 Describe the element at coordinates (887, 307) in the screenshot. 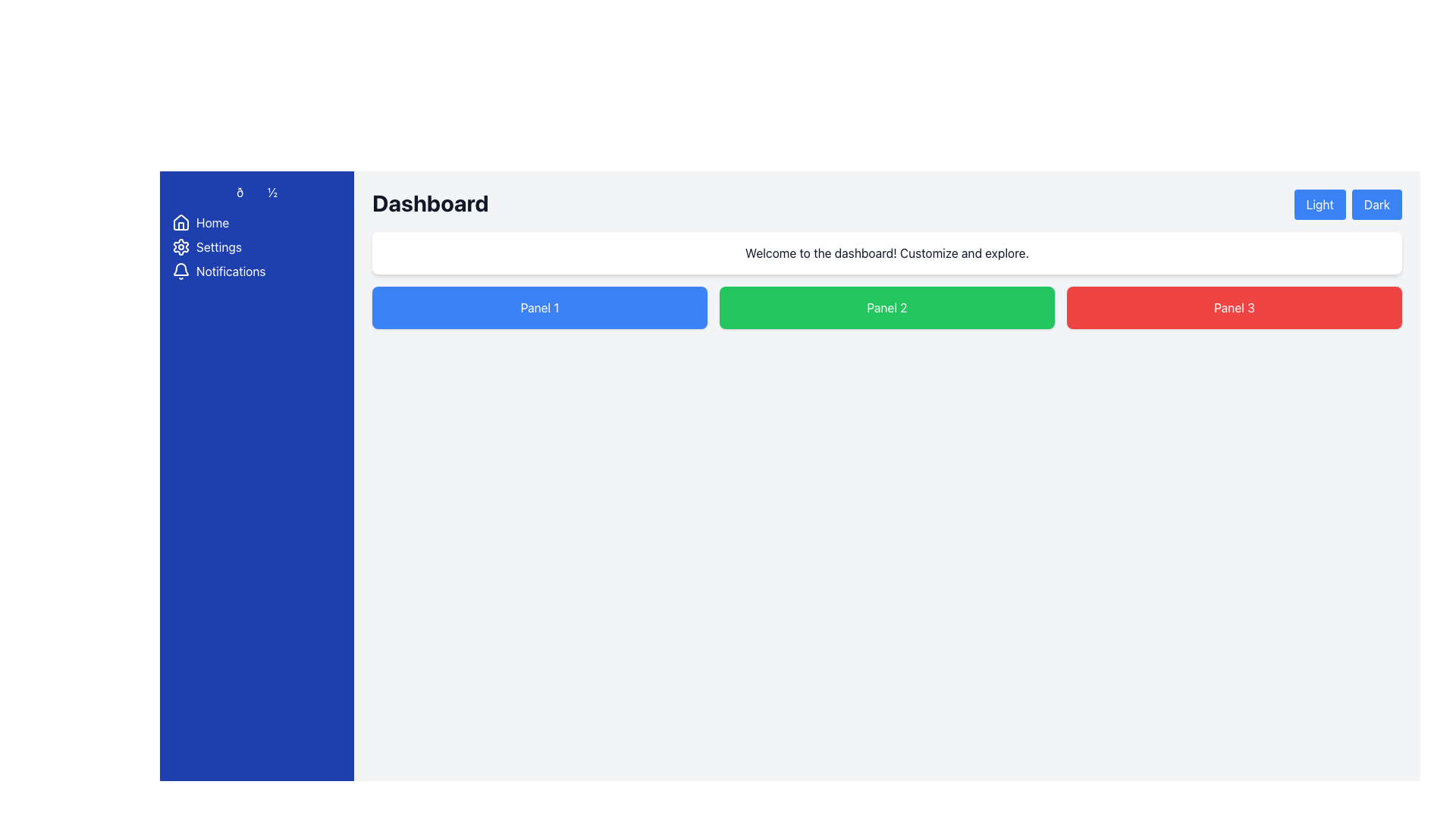

I see `the static middle panel located in the central area of the interface, which is part of a grid layout with 'Panel 1' on the left and 'Panel 3' on the right` at that location.